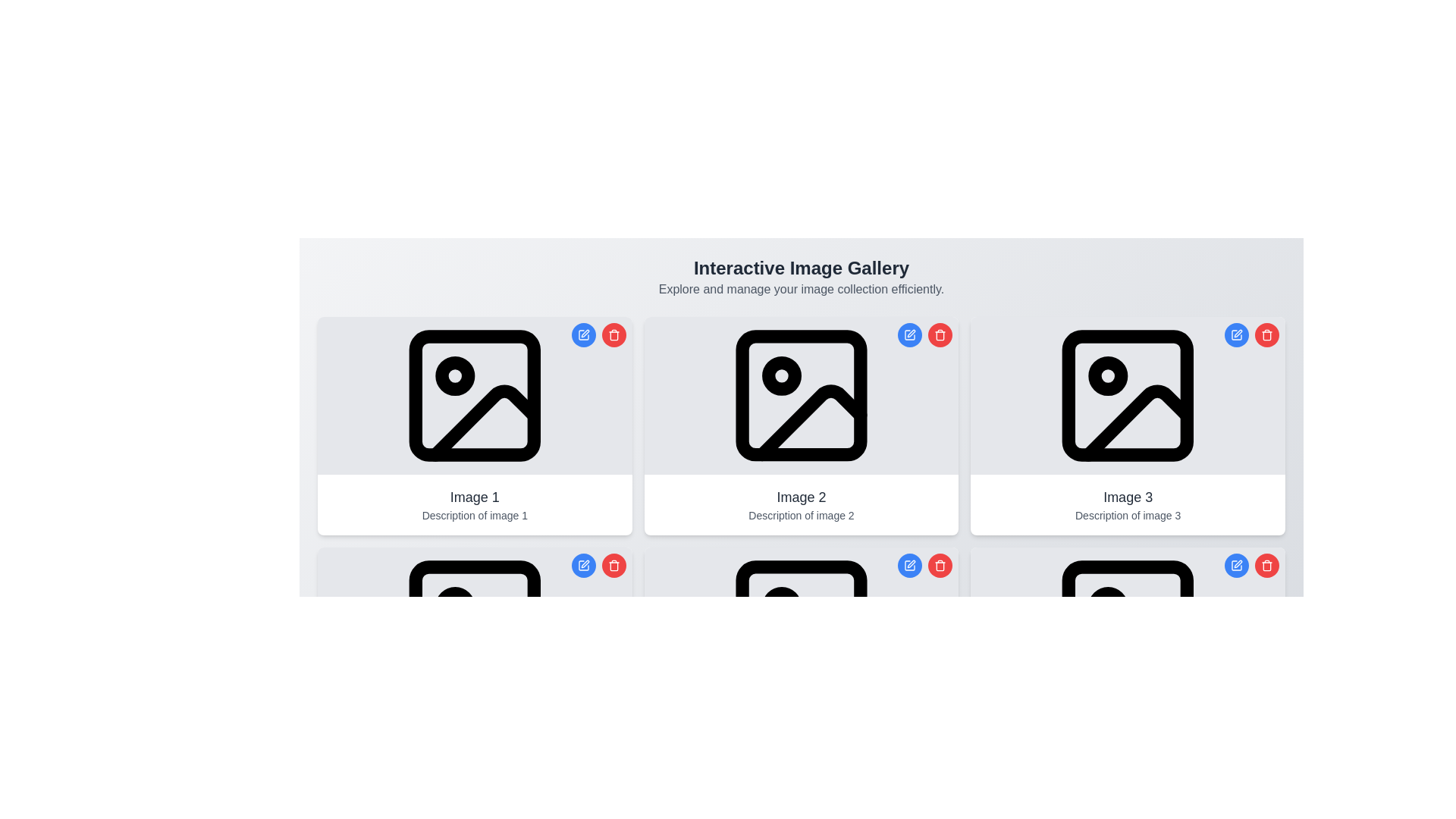  What do you see at coordinates (474, 394) in the screenshot?
I see `the graphical icon component located in the top-left corner of the photo graphic within the 'Image 1' card` at bounding box center [474, 394].